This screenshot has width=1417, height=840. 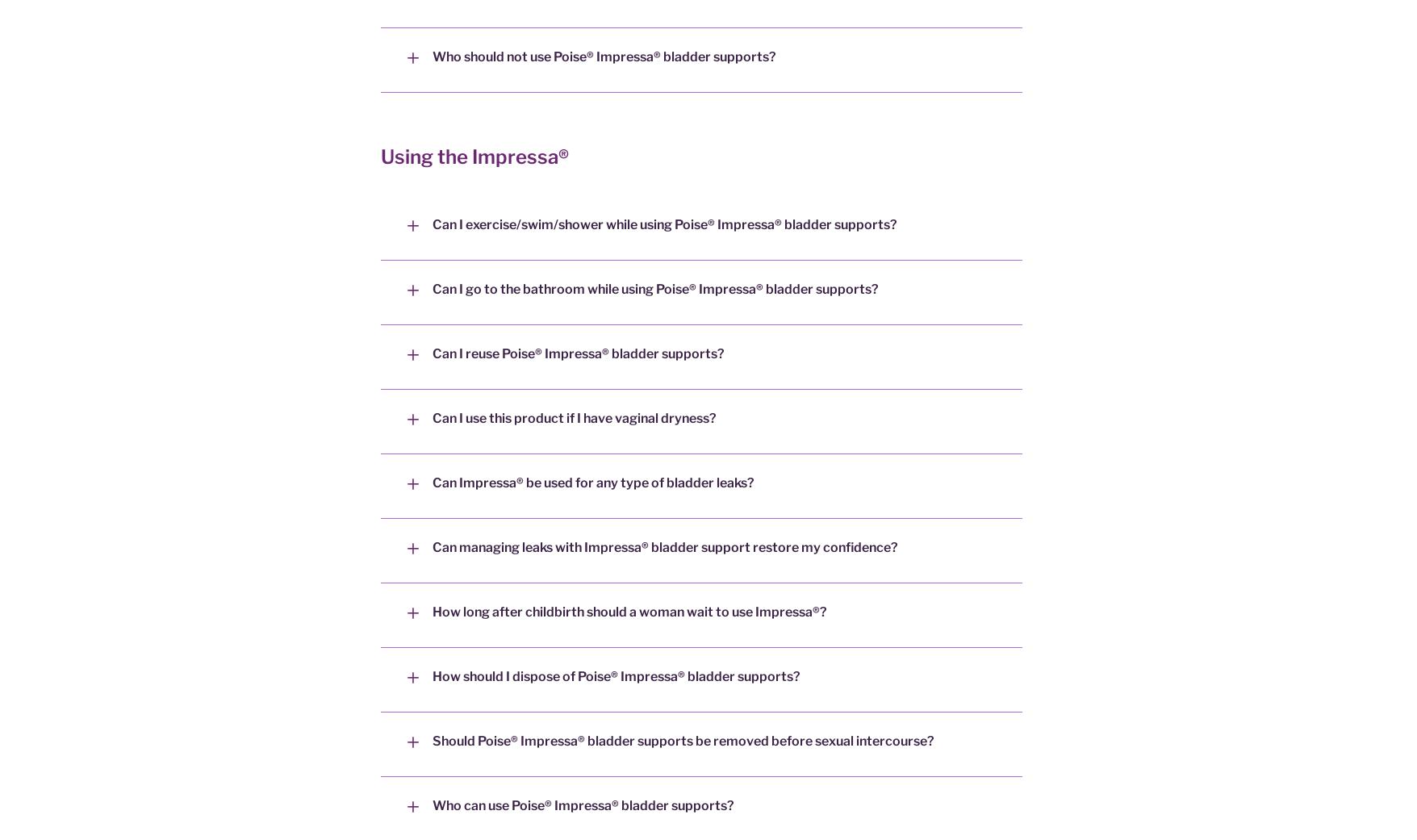 I want to click on 'Can managing leaks with Impressa® bladder support restore my confidence?', so click(x=432, y=546).